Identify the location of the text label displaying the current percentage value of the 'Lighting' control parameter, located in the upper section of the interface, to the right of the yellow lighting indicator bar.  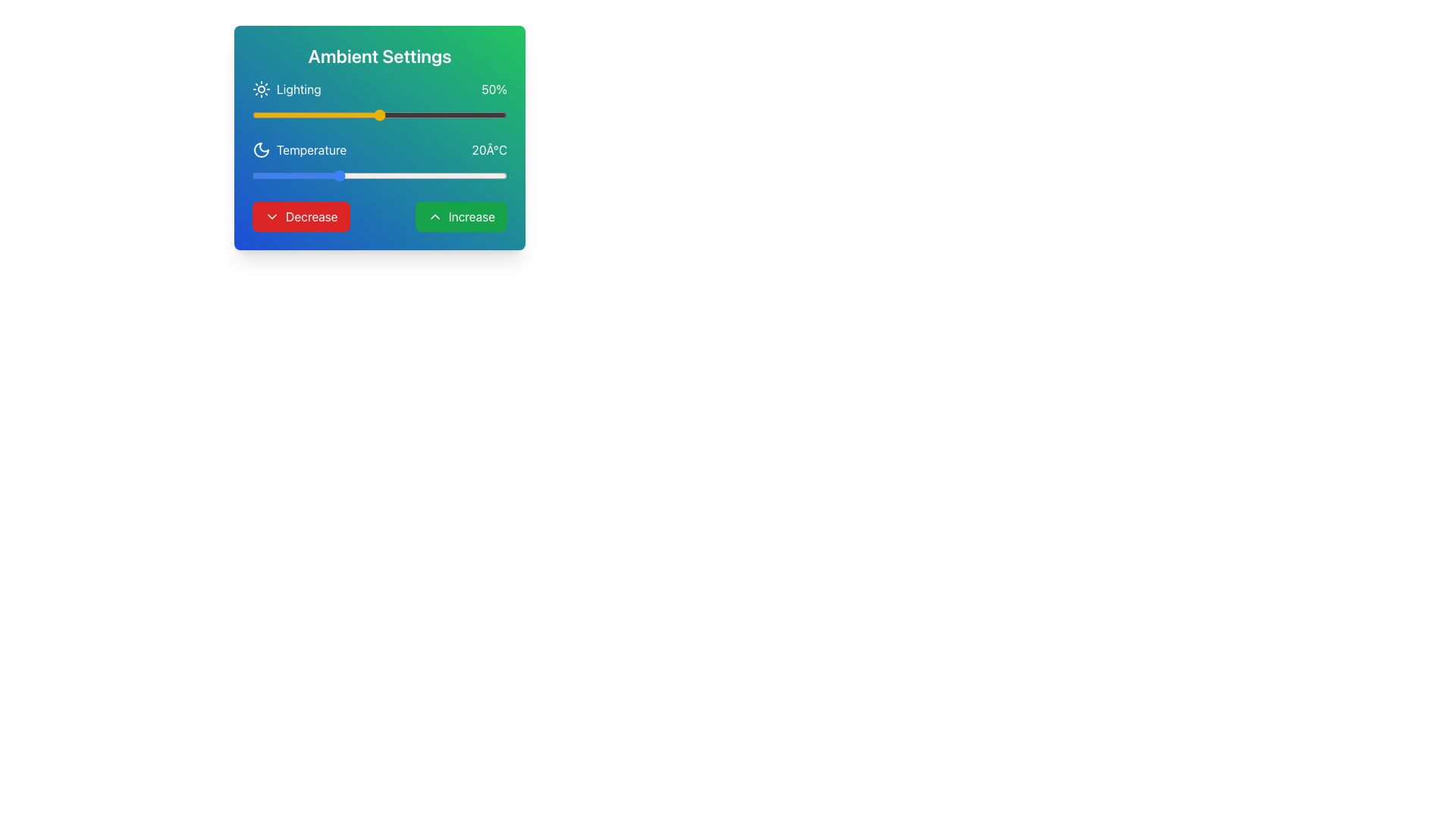
(494, 89).